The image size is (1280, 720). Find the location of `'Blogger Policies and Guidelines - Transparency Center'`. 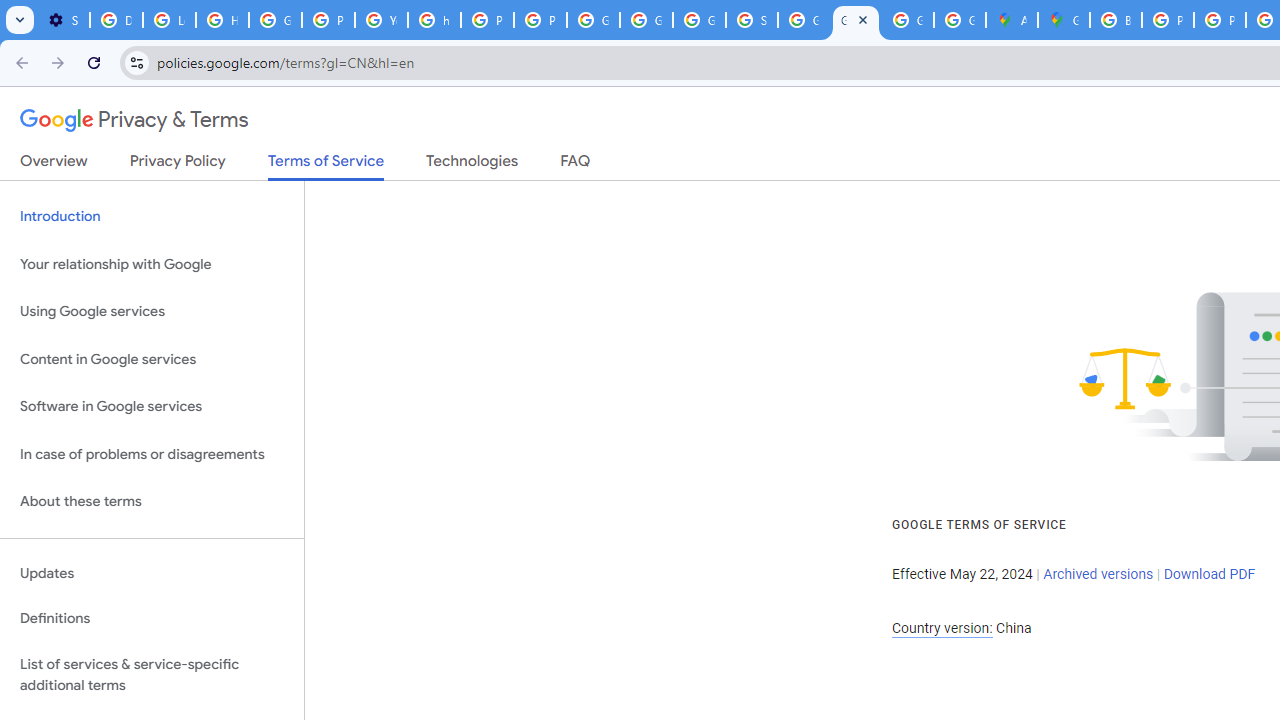

'Blogger Policies and Guidelines - Transparency Center' is located at coordinates (1115, 20).